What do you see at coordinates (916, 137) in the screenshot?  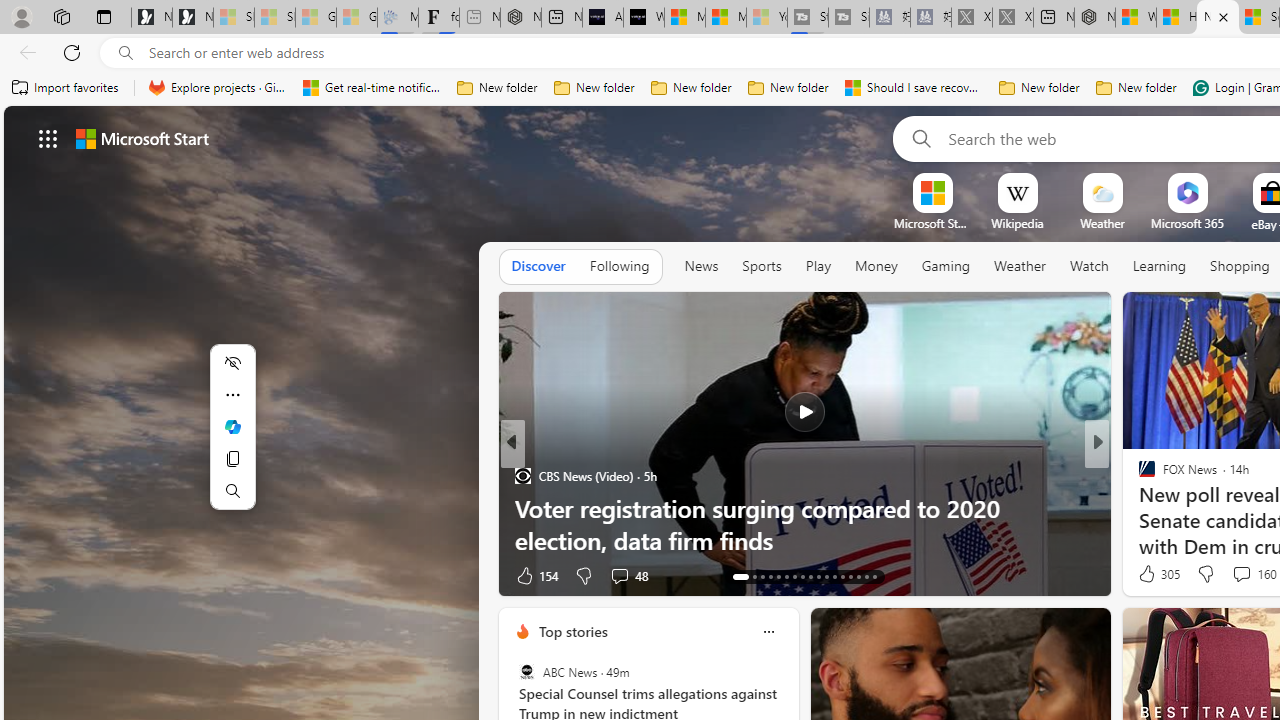 I see `'Search'` at bounding box center [916, 137].